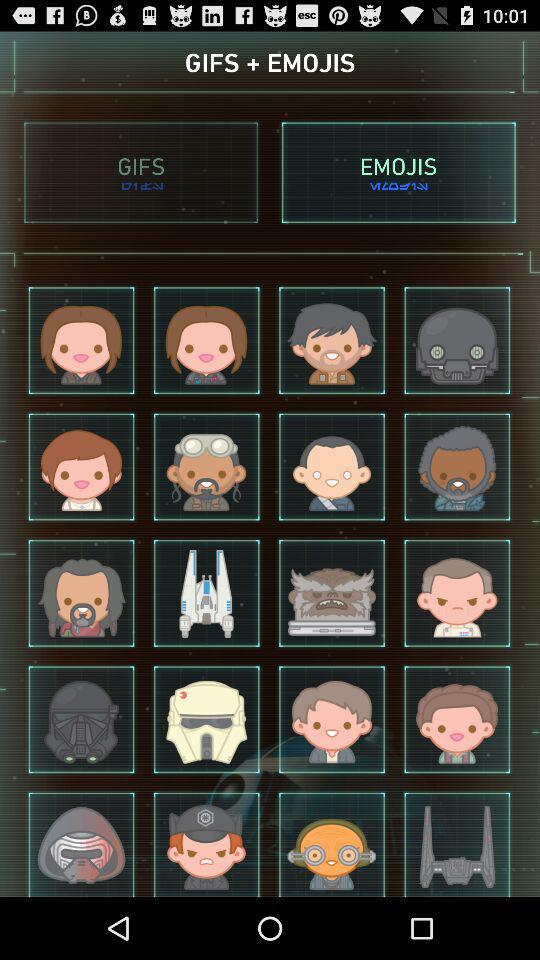 Image resolution: width=540 pixels, height=960 pixels. Describe the element at coordinates (457, 340) in the screenshot. I see `the 4th emoji` at that location.